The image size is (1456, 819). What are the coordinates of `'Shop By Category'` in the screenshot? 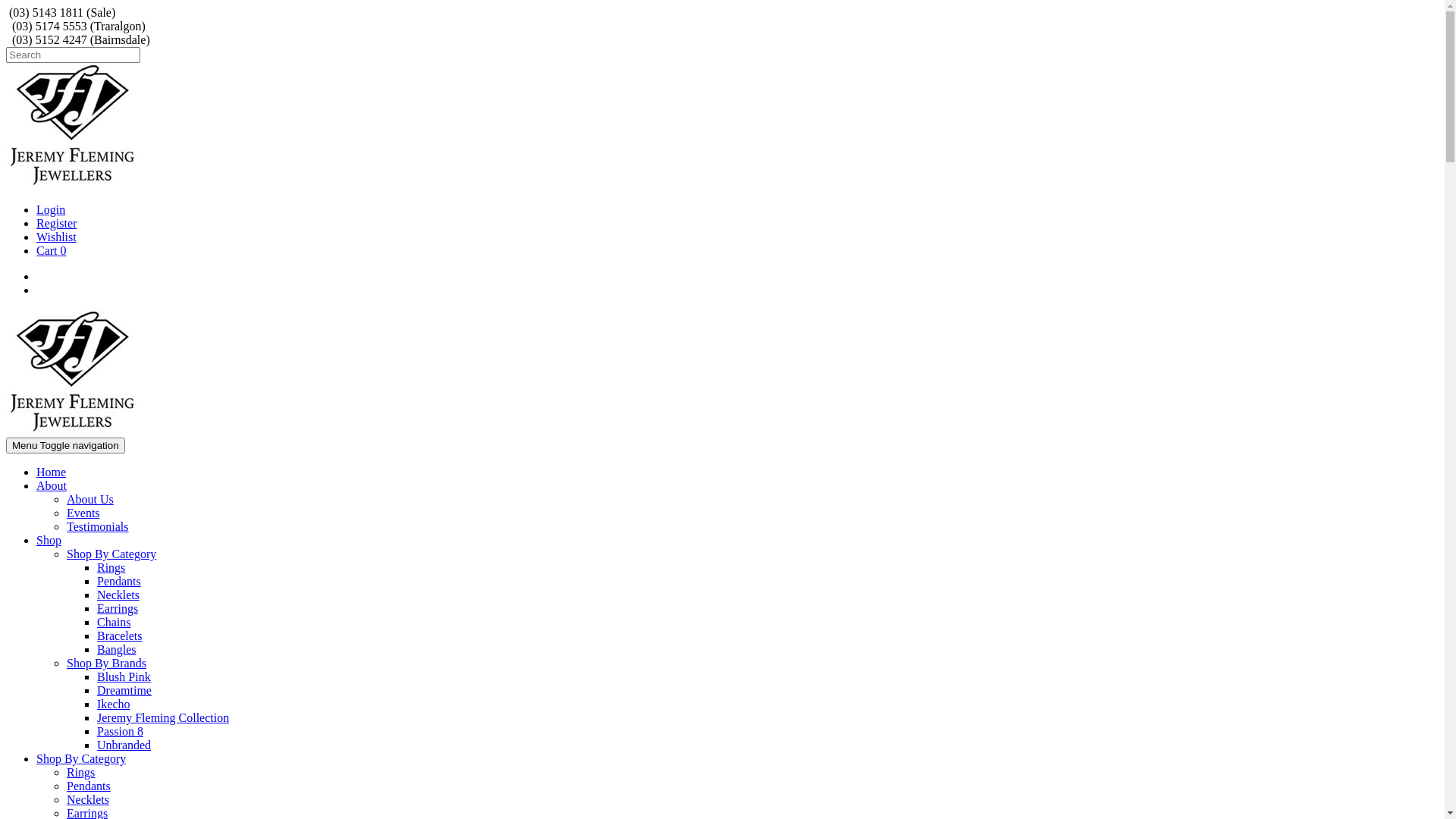 It's located at (111, 554).